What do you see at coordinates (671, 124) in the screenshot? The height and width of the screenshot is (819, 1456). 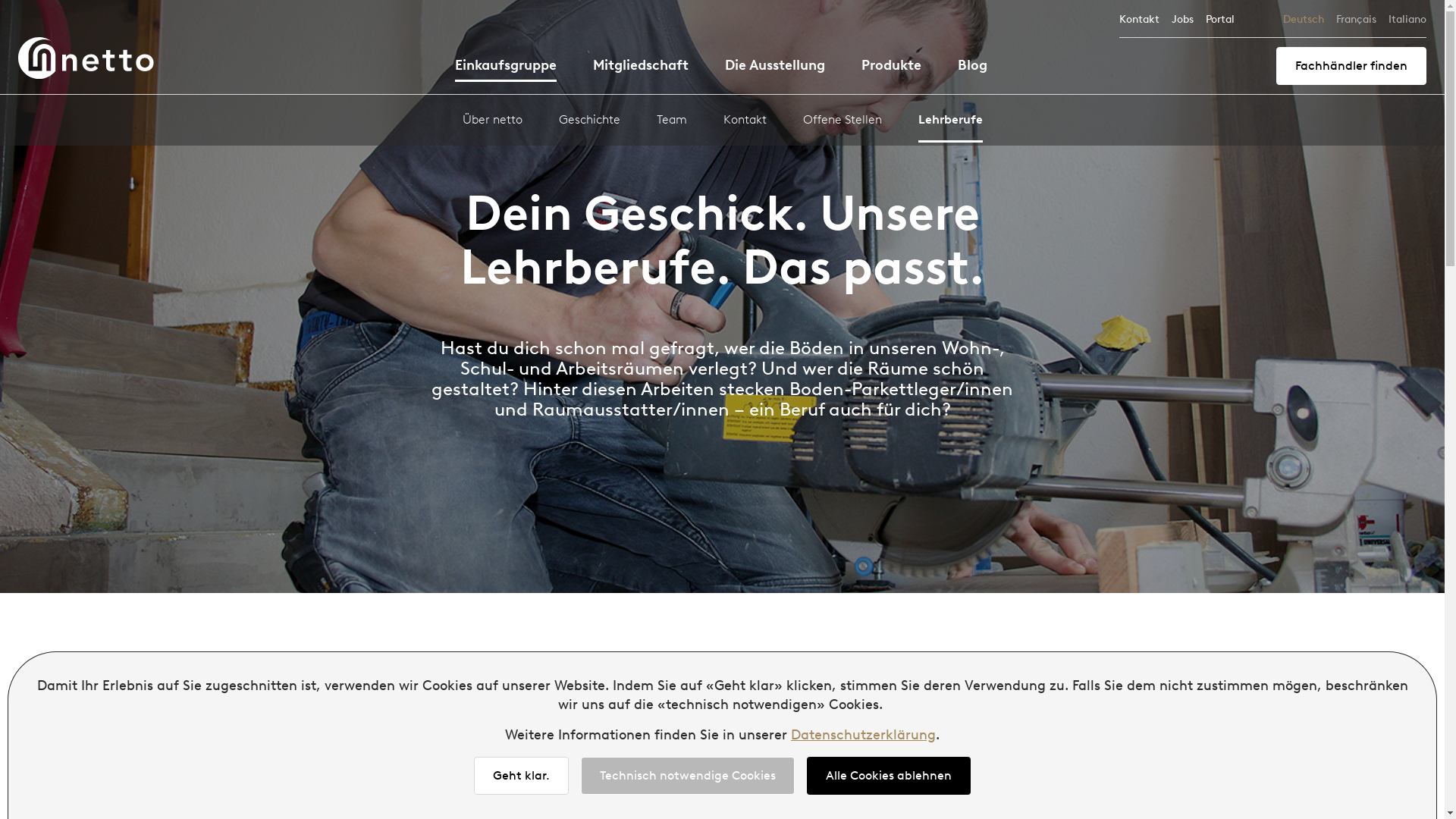 I see `'Team'` at bounding box center [671, 124].